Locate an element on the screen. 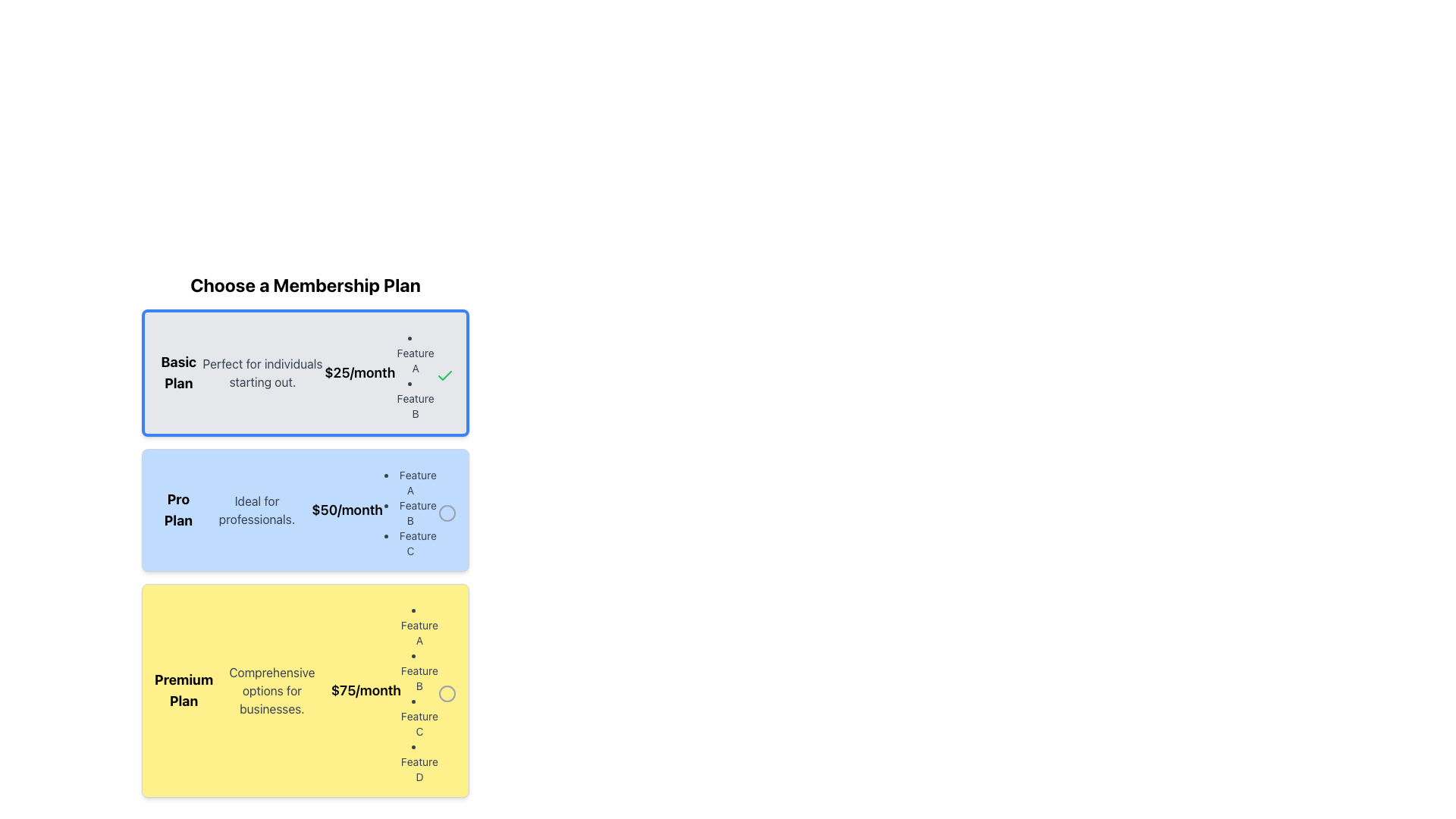 This screenshot has width=1456, height=819. the 'Premium Plan' Information Card, which is the third card in a vertical list of pricing plans, positioned below the 'Pro Plan' is located at coordinates (305, 690).